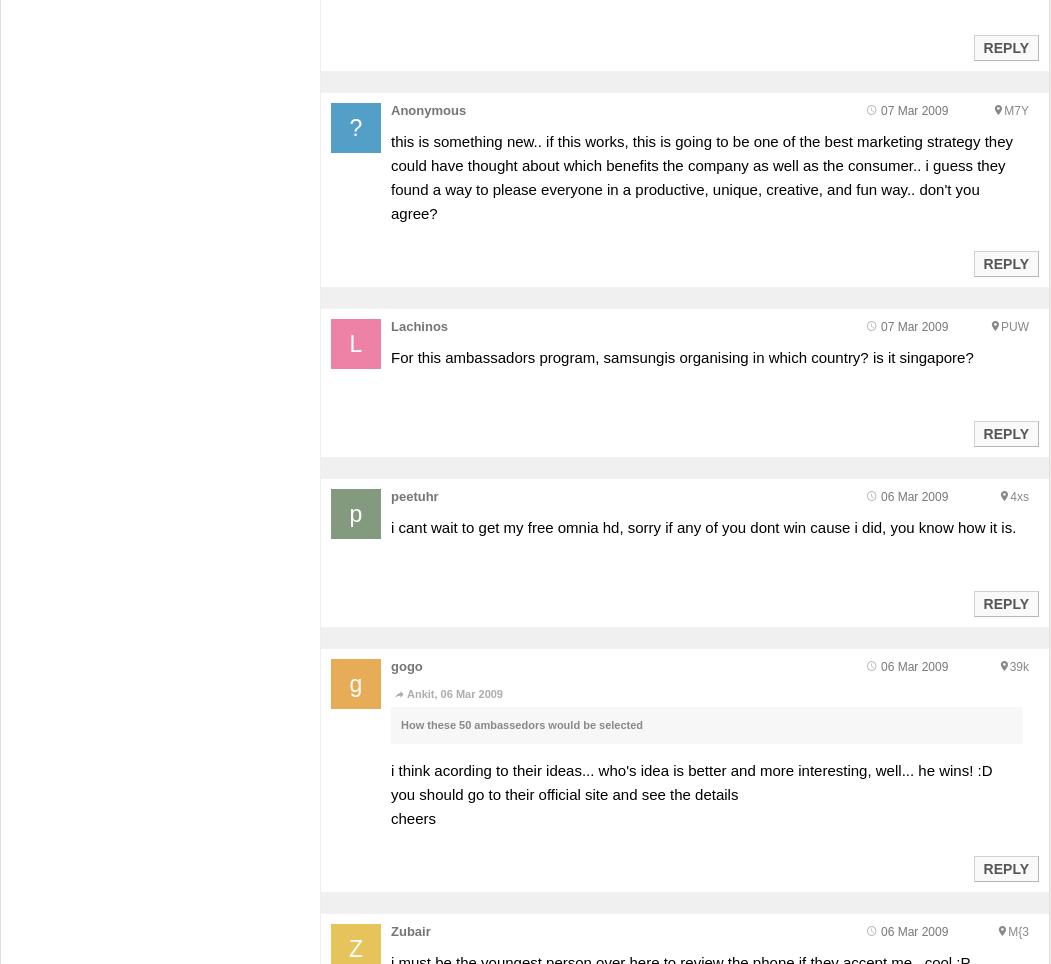 The width and height of the screenshot is (1051, 964). I want to click on 'i cant wait to get my free omnia hd, sorry if any of you dont win cause i did, you know how it is.', so click(702, 527).